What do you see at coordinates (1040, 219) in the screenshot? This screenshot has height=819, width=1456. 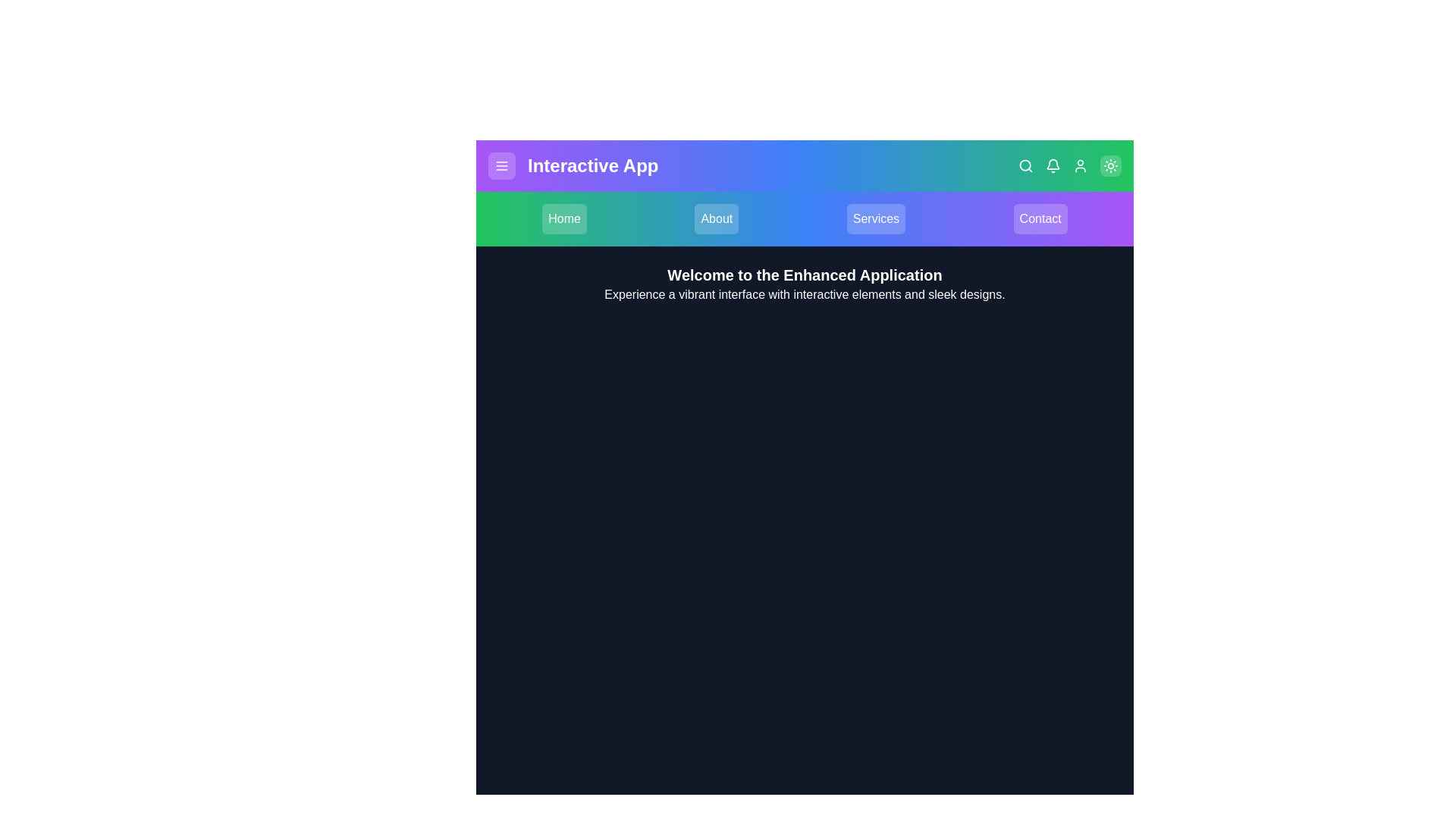 I see `the navigation item Contact to navigate to the corresponding section` at bounding box center [1040, 219].